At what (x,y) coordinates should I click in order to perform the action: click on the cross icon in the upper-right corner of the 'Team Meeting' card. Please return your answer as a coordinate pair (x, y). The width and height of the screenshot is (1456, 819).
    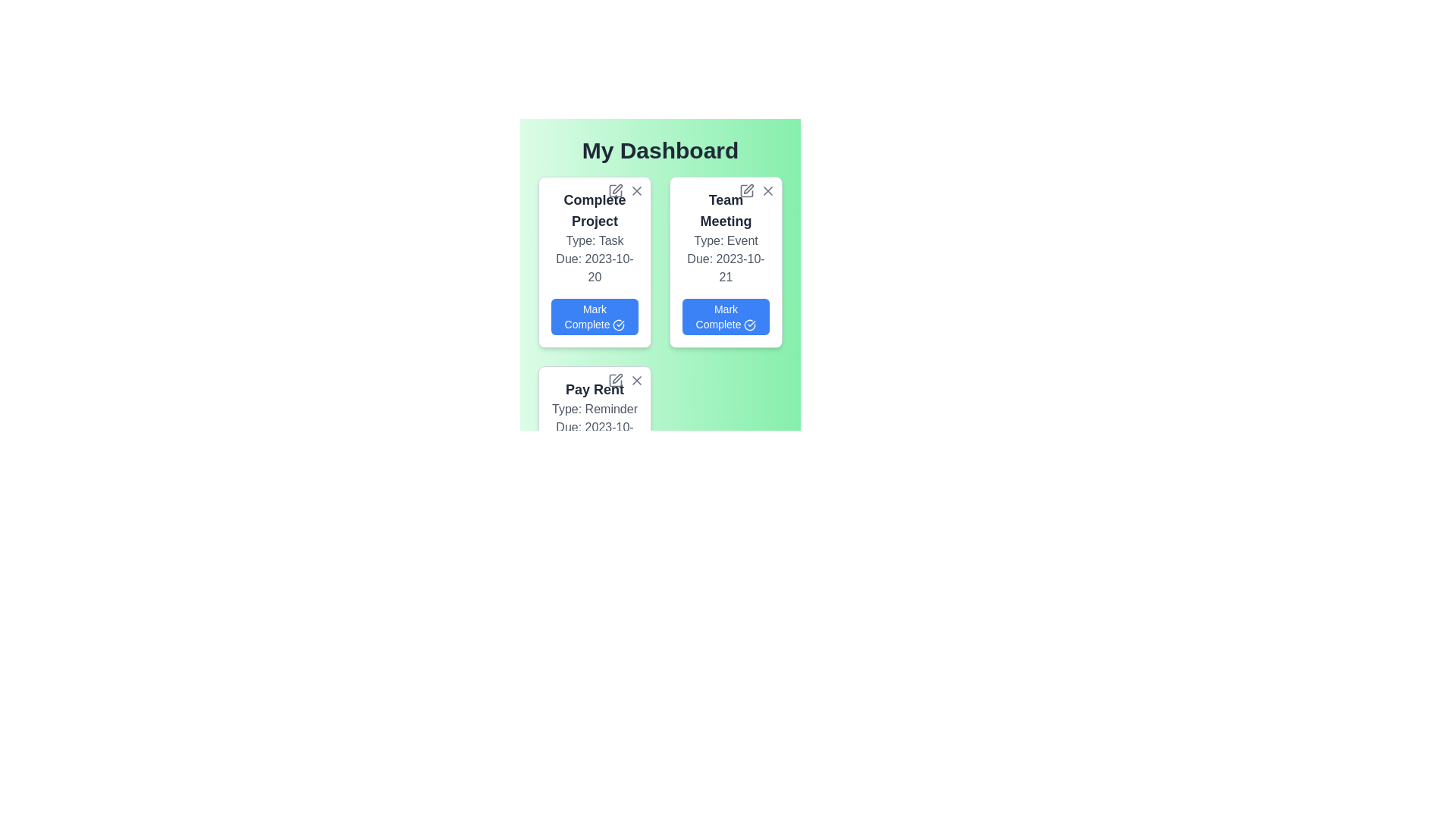
    Looking at the image, I should click on (757, 190).